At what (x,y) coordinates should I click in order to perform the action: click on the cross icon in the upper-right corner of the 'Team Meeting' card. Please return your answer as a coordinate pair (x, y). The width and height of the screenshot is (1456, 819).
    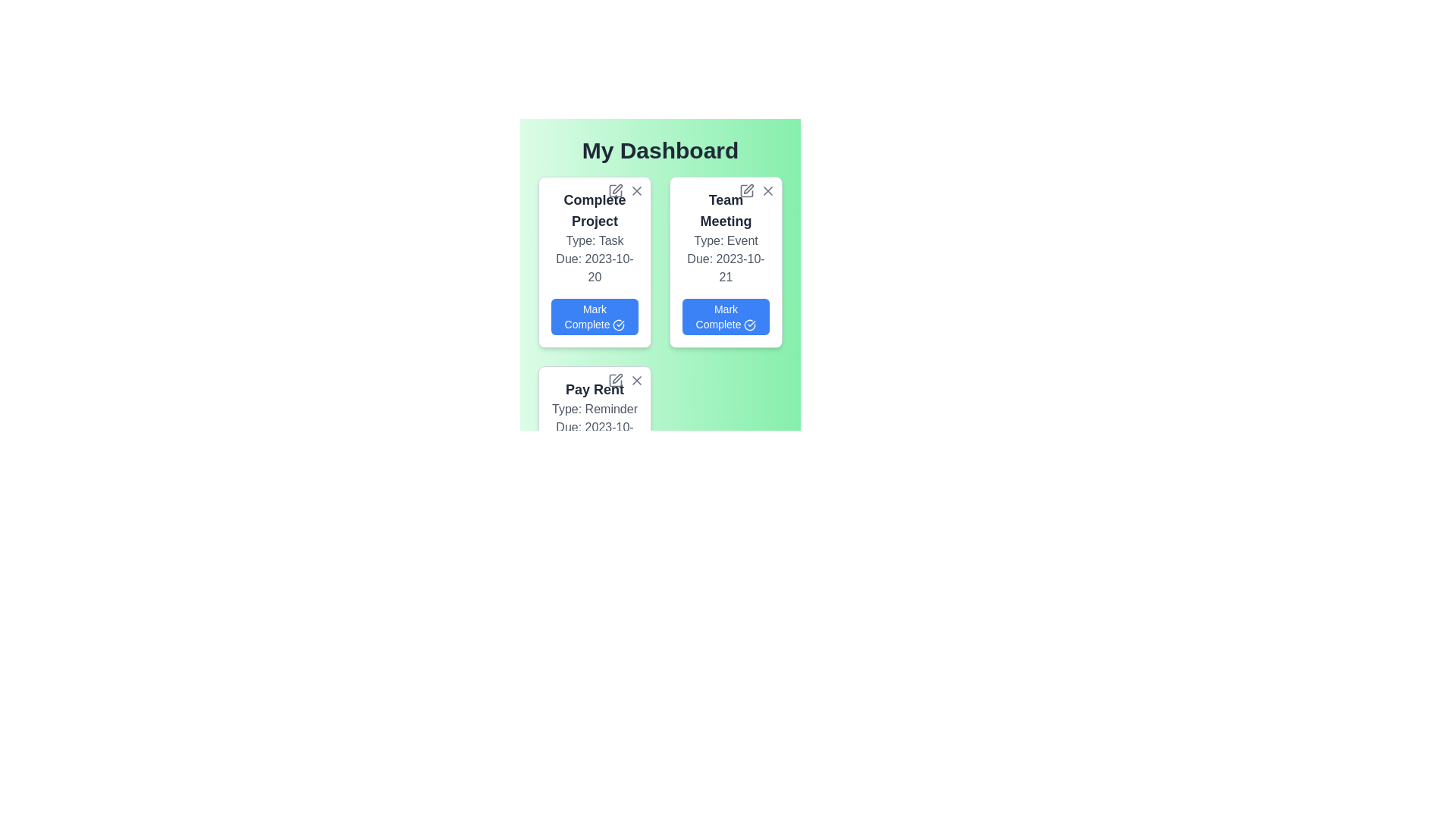
    Looking at the image, I should click on (757, 190).